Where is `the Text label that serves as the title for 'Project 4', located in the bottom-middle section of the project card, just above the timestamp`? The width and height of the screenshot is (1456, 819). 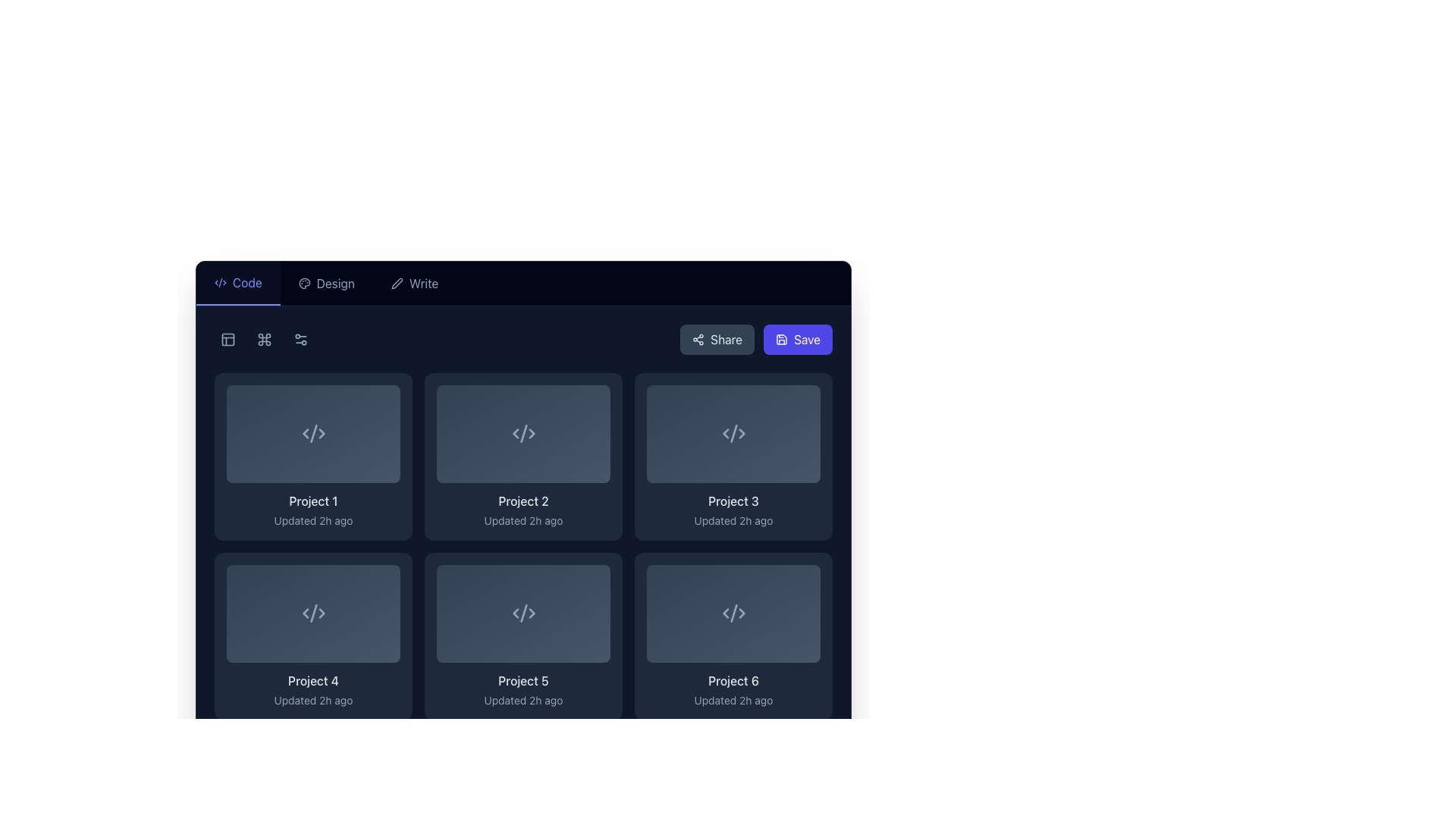 the Text label that serves as the title for 'Project 4', located in the bottom-middle section of the project card, just above the timestamp is located at coordinates (312, 679).